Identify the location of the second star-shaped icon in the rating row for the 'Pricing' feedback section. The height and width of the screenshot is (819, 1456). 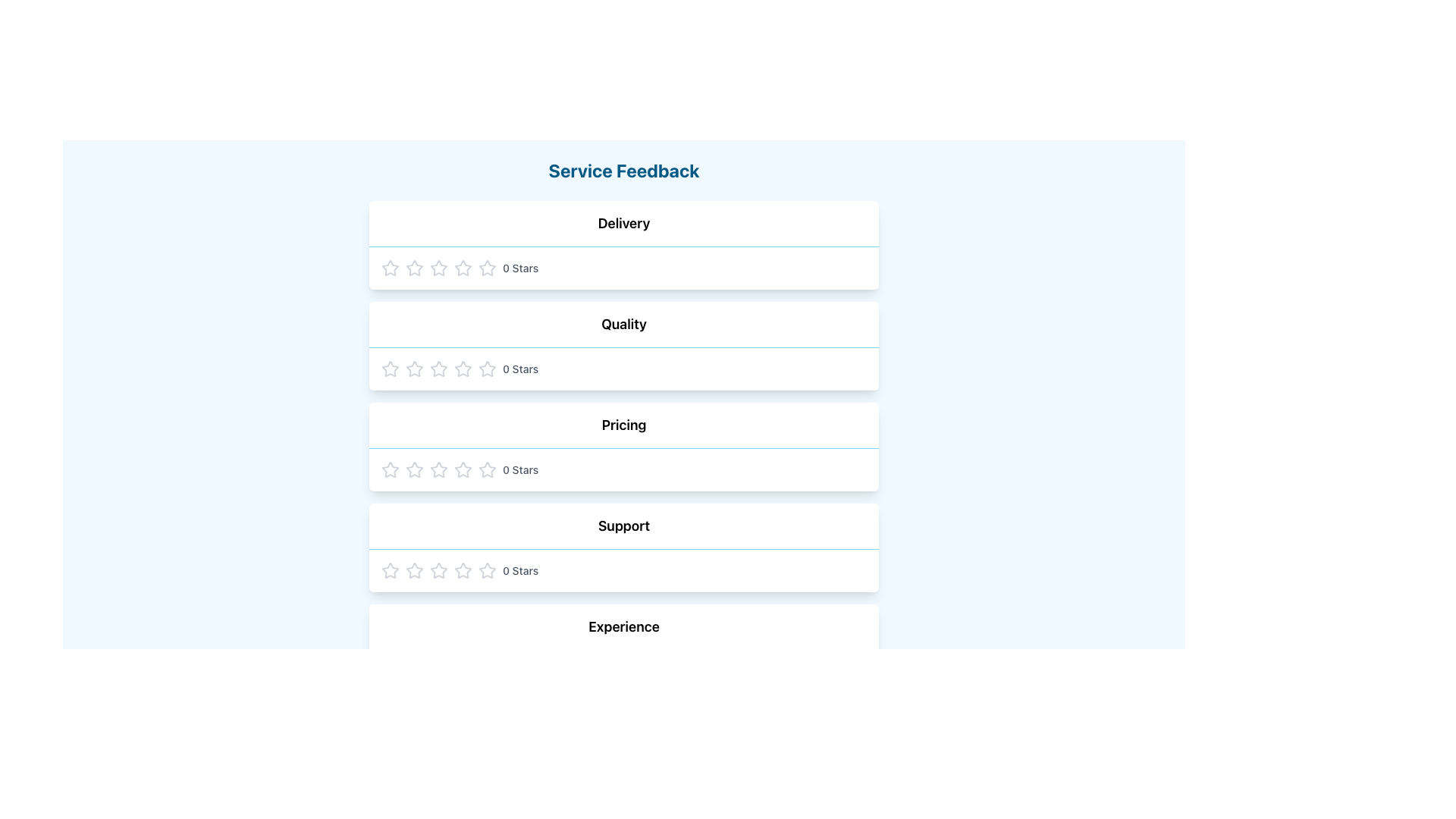
(488, 469).